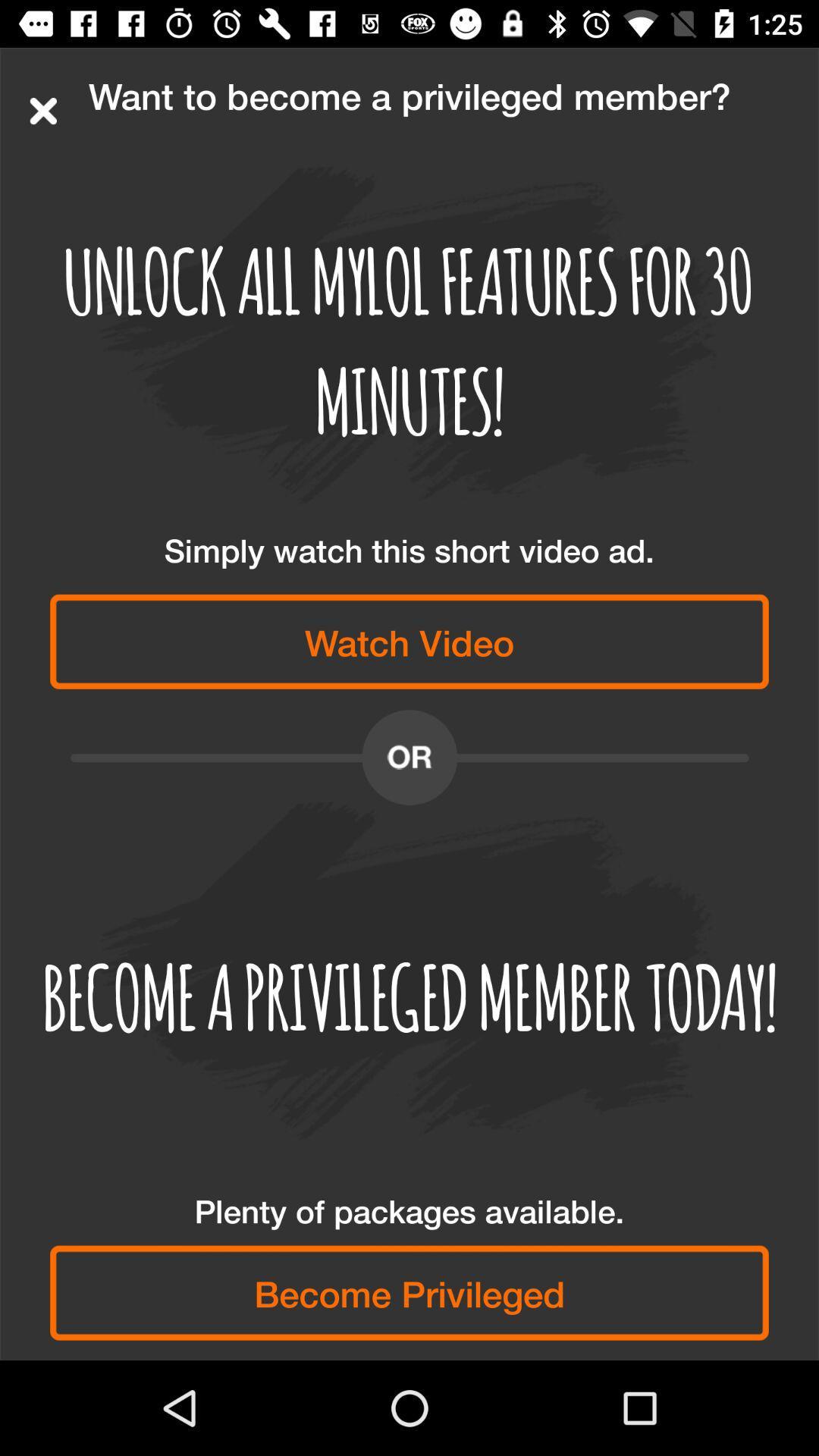  What do you see at coordinates (42, 110) in the screenshot?
I see `page` at bounding box center [42, 110].